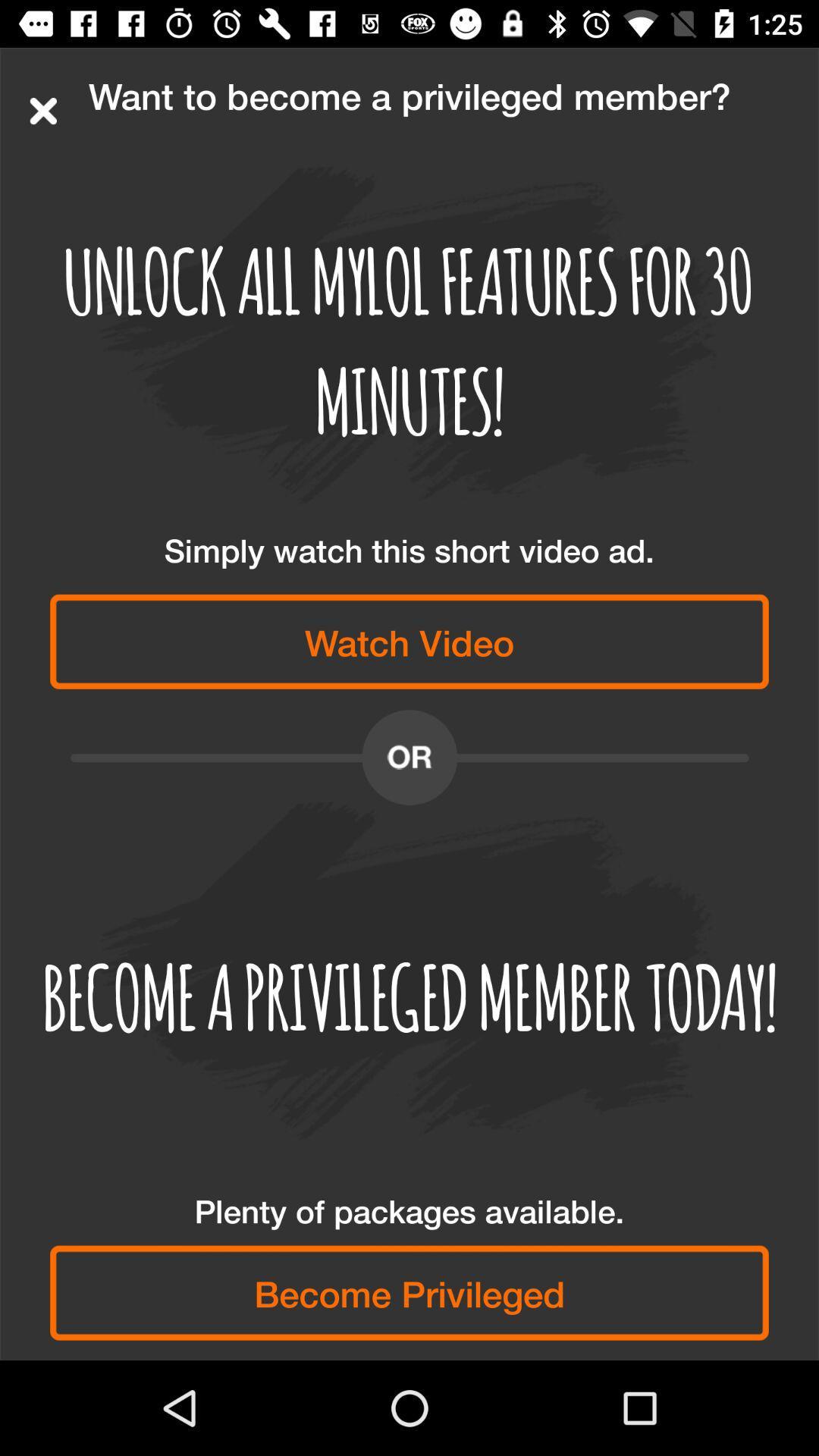  What do you see at coordinates (42, 110) in the screenshot?
I see `page` at bounding box center [42, 110].